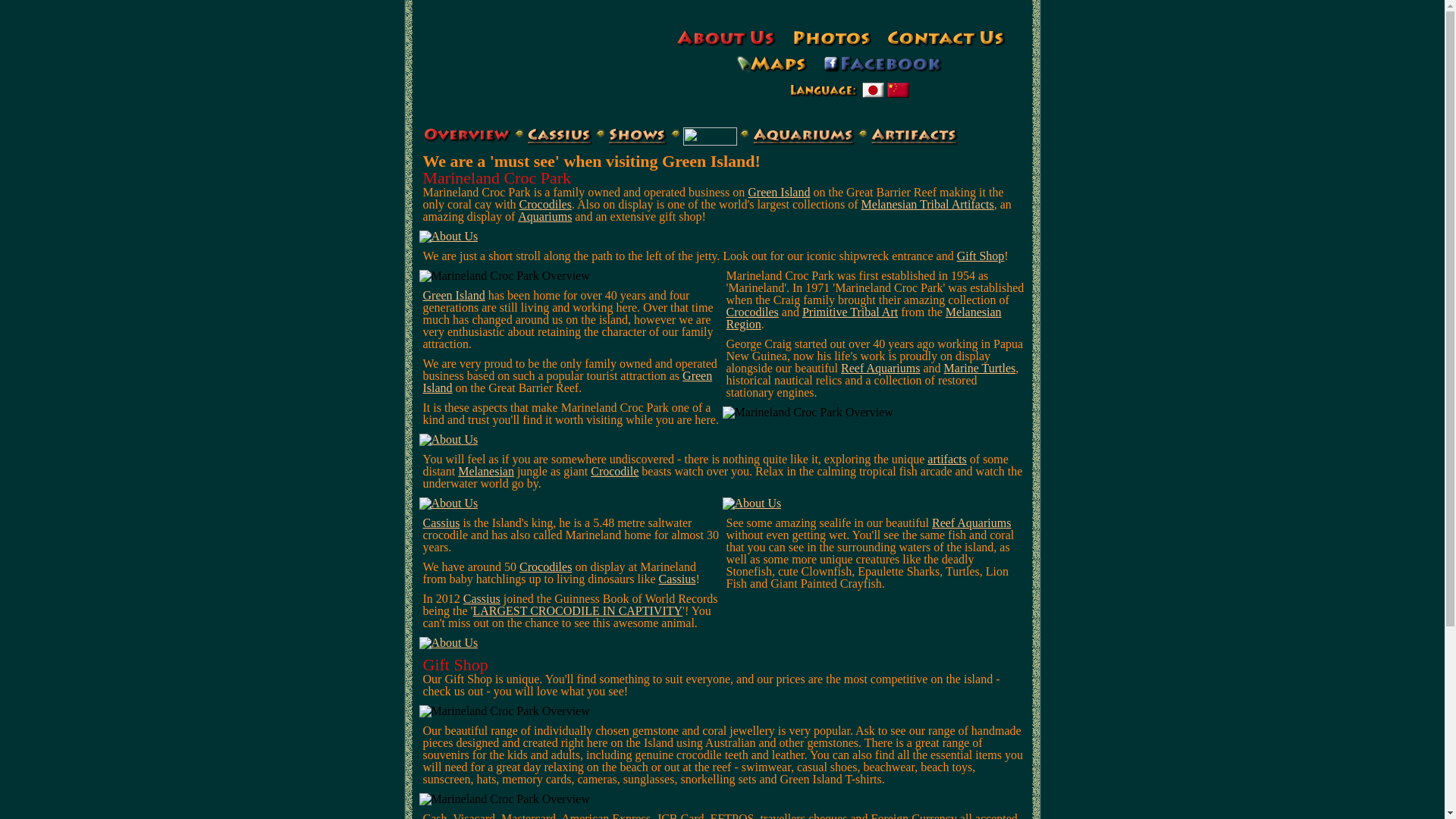 This screenshot has width=1456, height=819. Describe the element at coordinates (486, 470) in the screenshot. I see `'Melanesian'` at that location.